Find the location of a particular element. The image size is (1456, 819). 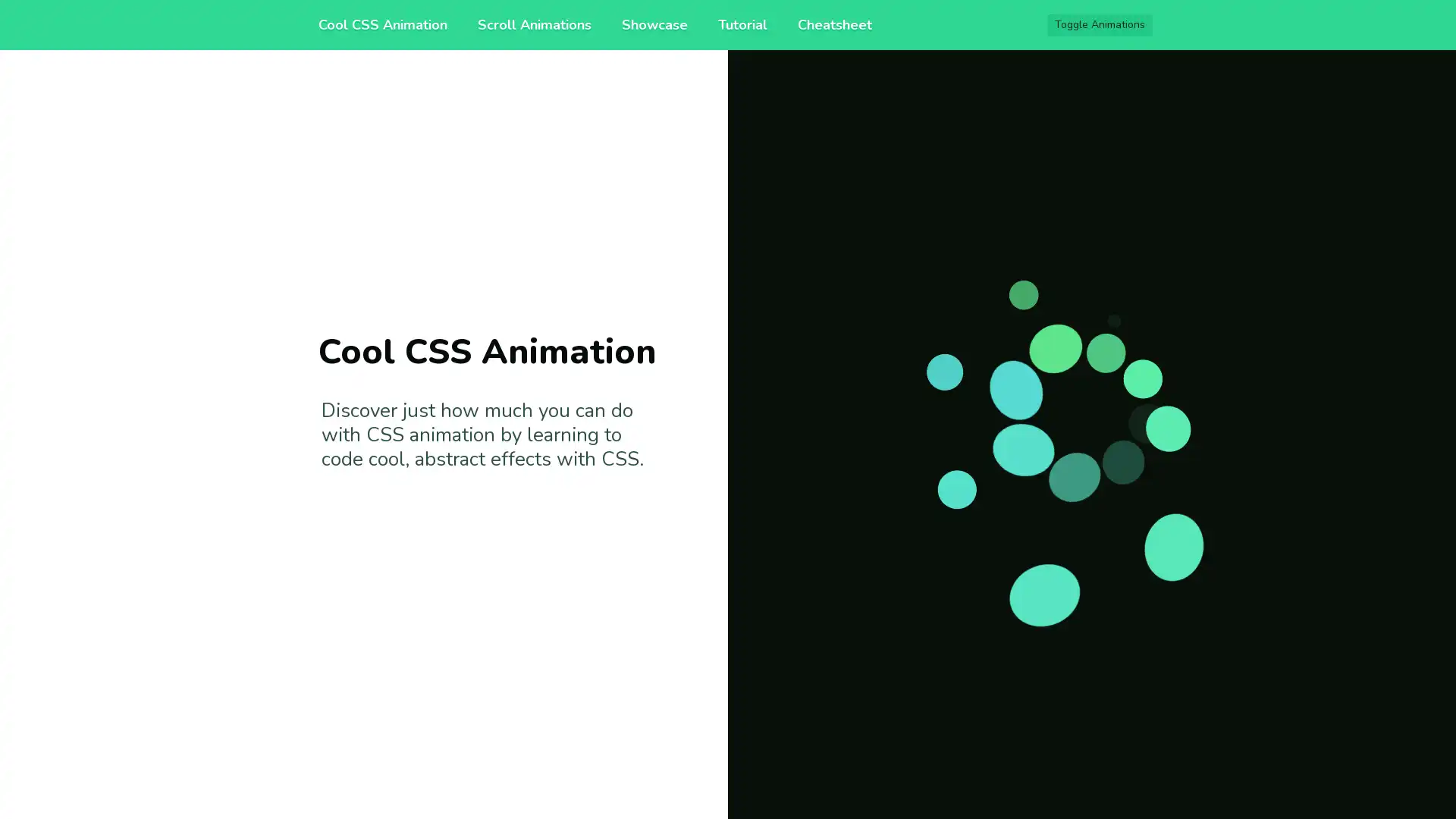

Toggle Animations is located at coordinates (1100, 25).